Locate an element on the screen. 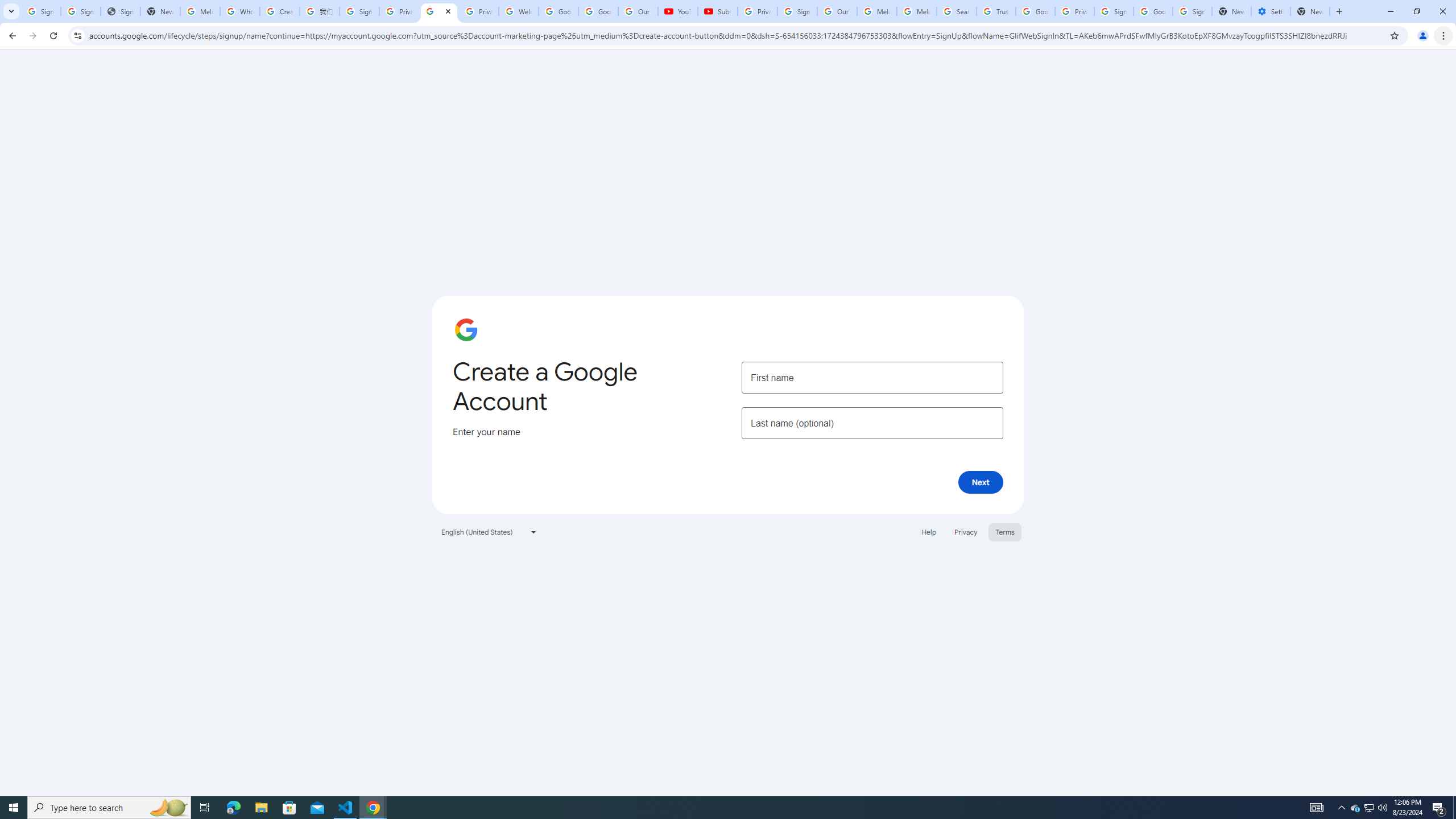 The height and width of the screenshot is (819, 1456). 'YouTube' is located at coordinates (677, 11).